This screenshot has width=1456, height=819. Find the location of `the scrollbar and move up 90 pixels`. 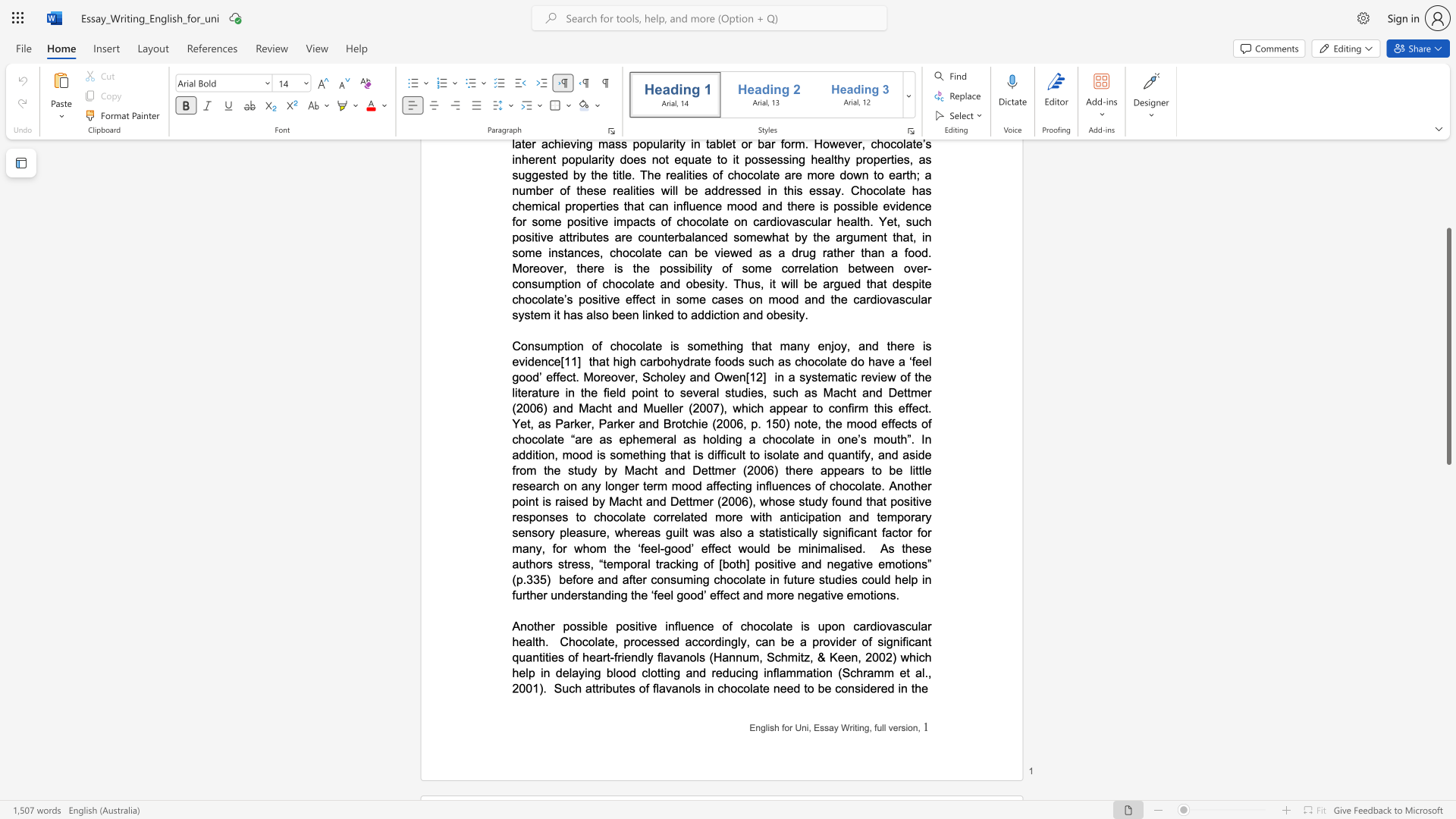

the scrollbar and move up 90 pixels is located at coordinates (1448, 346).